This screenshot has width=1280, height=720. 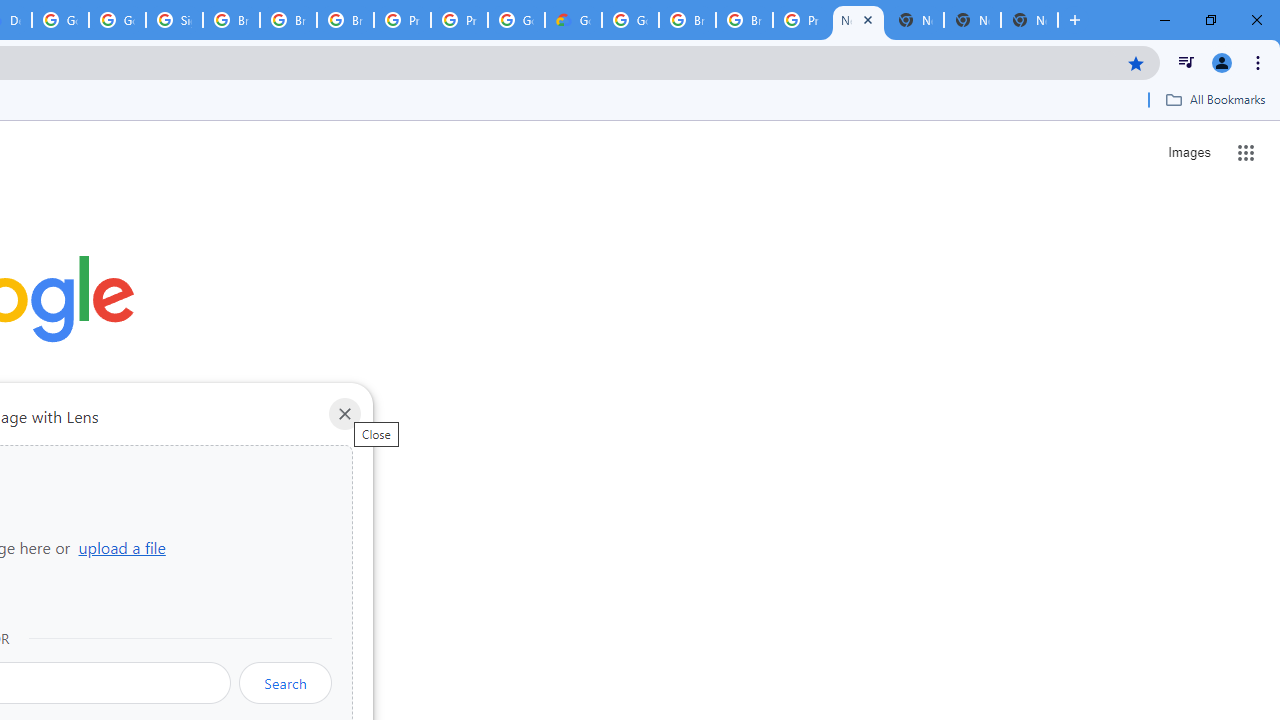 I want to click on 'Google Cloud Platform', so click(x=629, y=20).